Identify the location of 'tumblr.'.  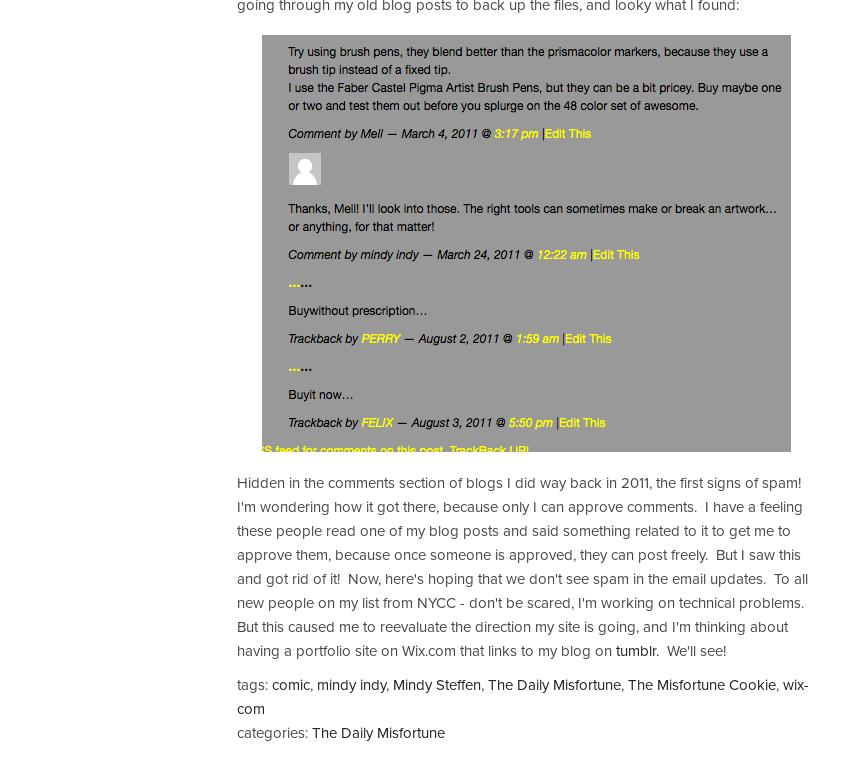
(636, 651).